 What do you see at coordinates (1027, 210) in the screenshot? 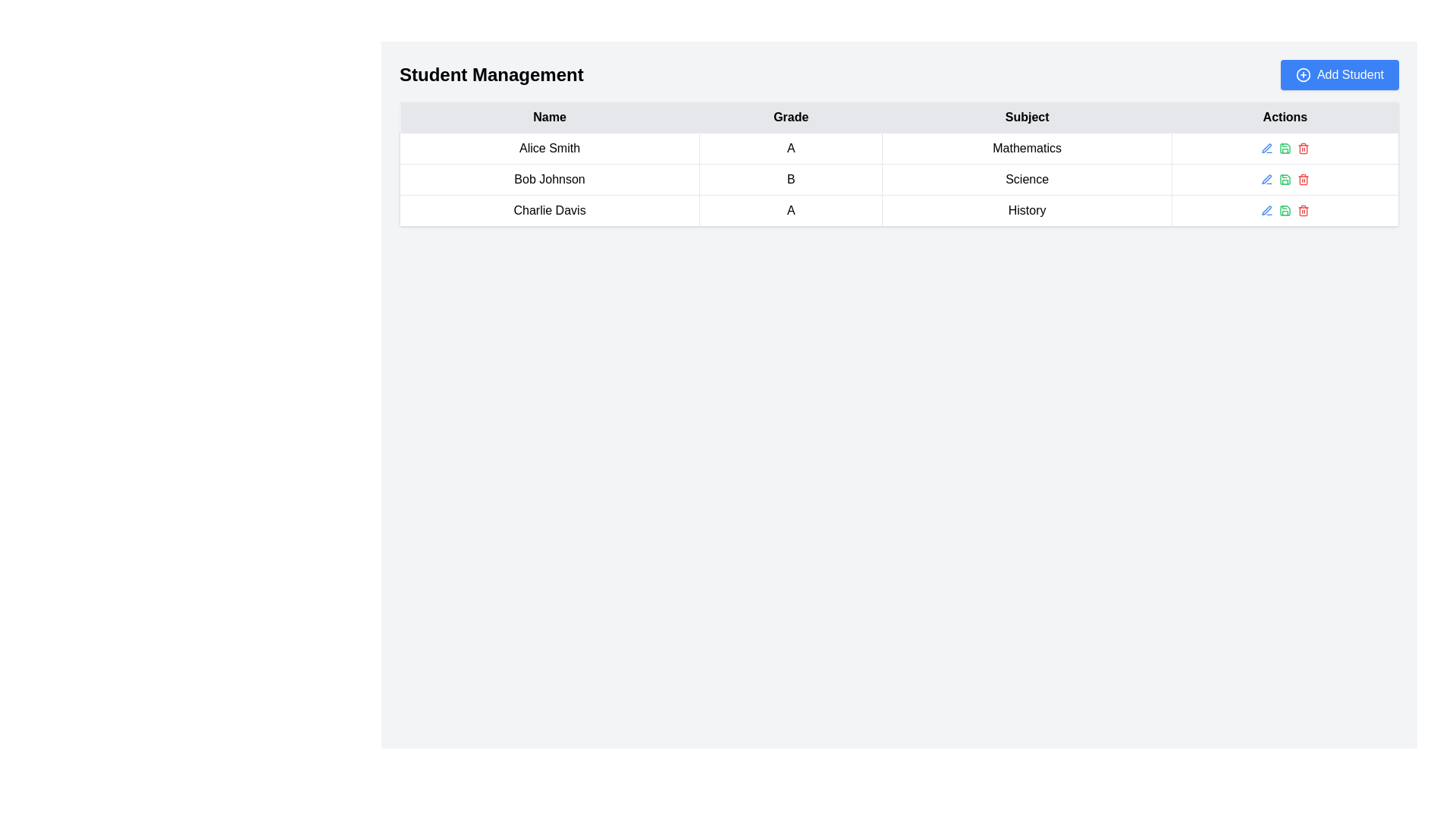
I see `the non-interactive text label displaying 'History' for the student 'Charlie Davis' in the fourth cell of the table's 'Subject' column` at bounding box center [1027, 210].